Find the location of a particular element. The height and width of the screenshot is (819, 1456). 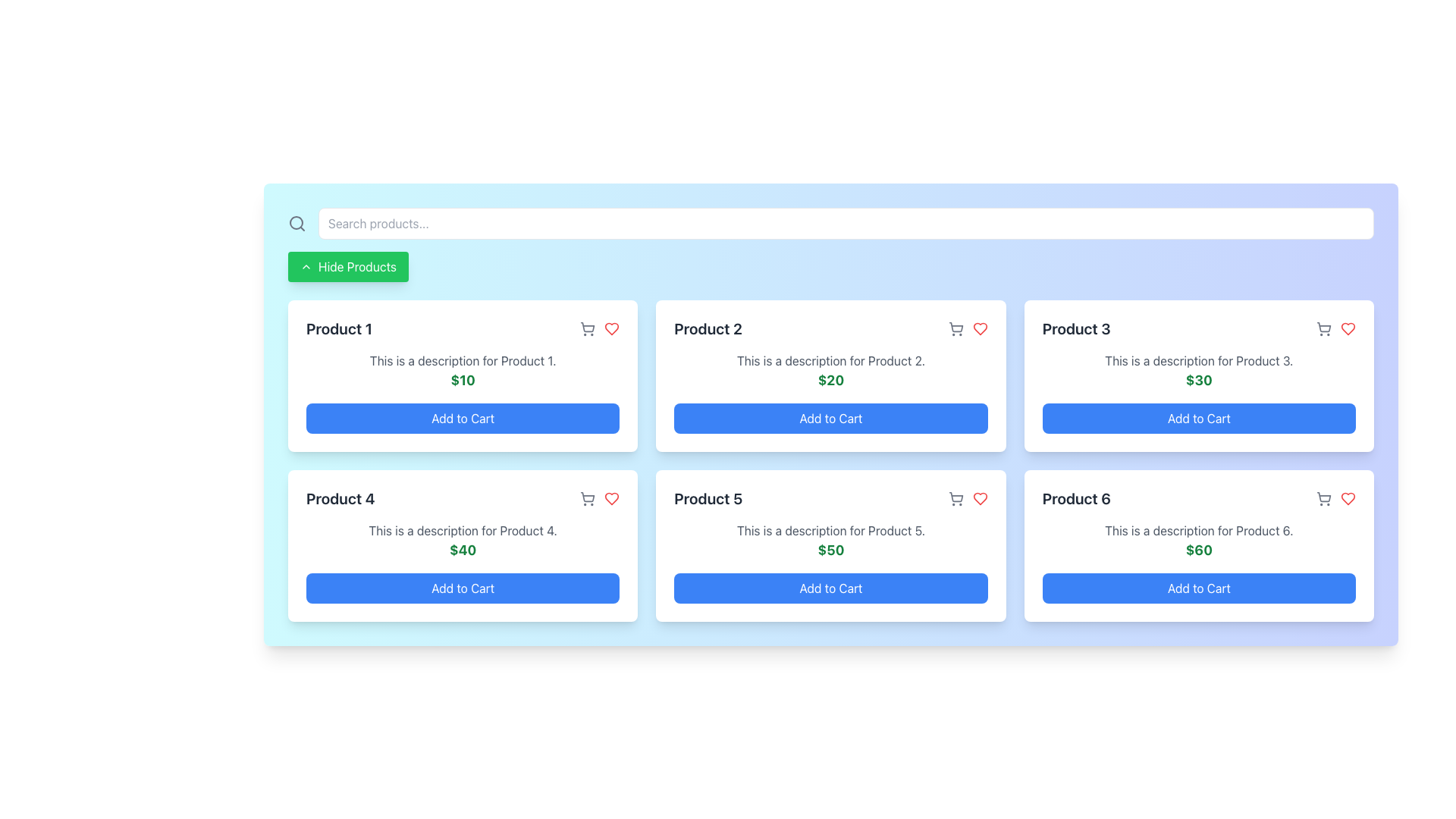

the icon button group located at the top-right corner of the 'Product 1' card is located at coordinates (599, 328).